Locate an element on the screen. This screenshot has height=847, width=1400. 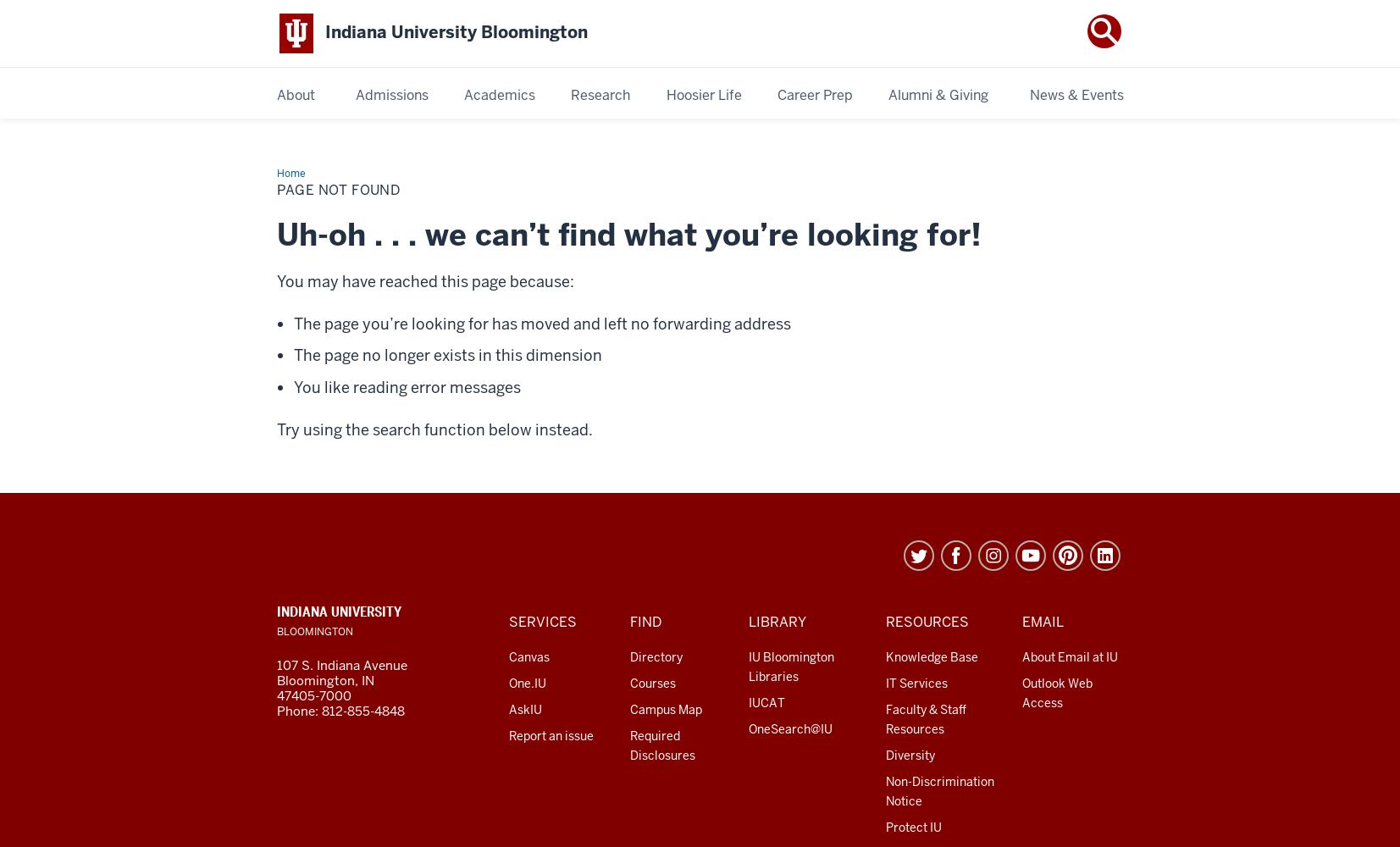
'Uh-oh . . . we can’t find what you’re looking for!' is located at coordinates (628, 234).